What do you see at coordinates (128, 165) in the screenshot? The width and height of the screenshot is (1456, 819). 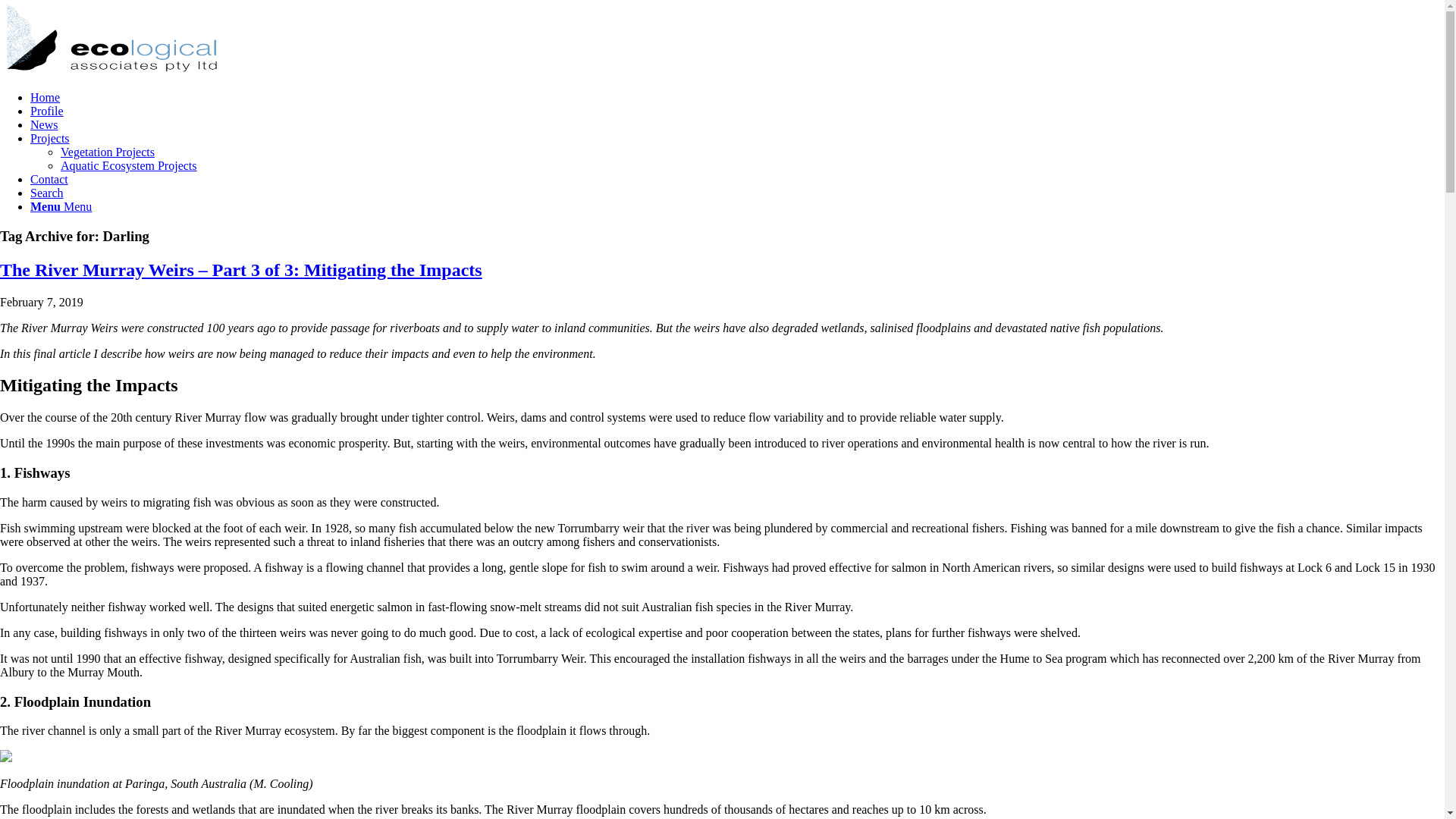 I see `'Aquatic Ecosystem Projects'` at bounding box center [128, 165].